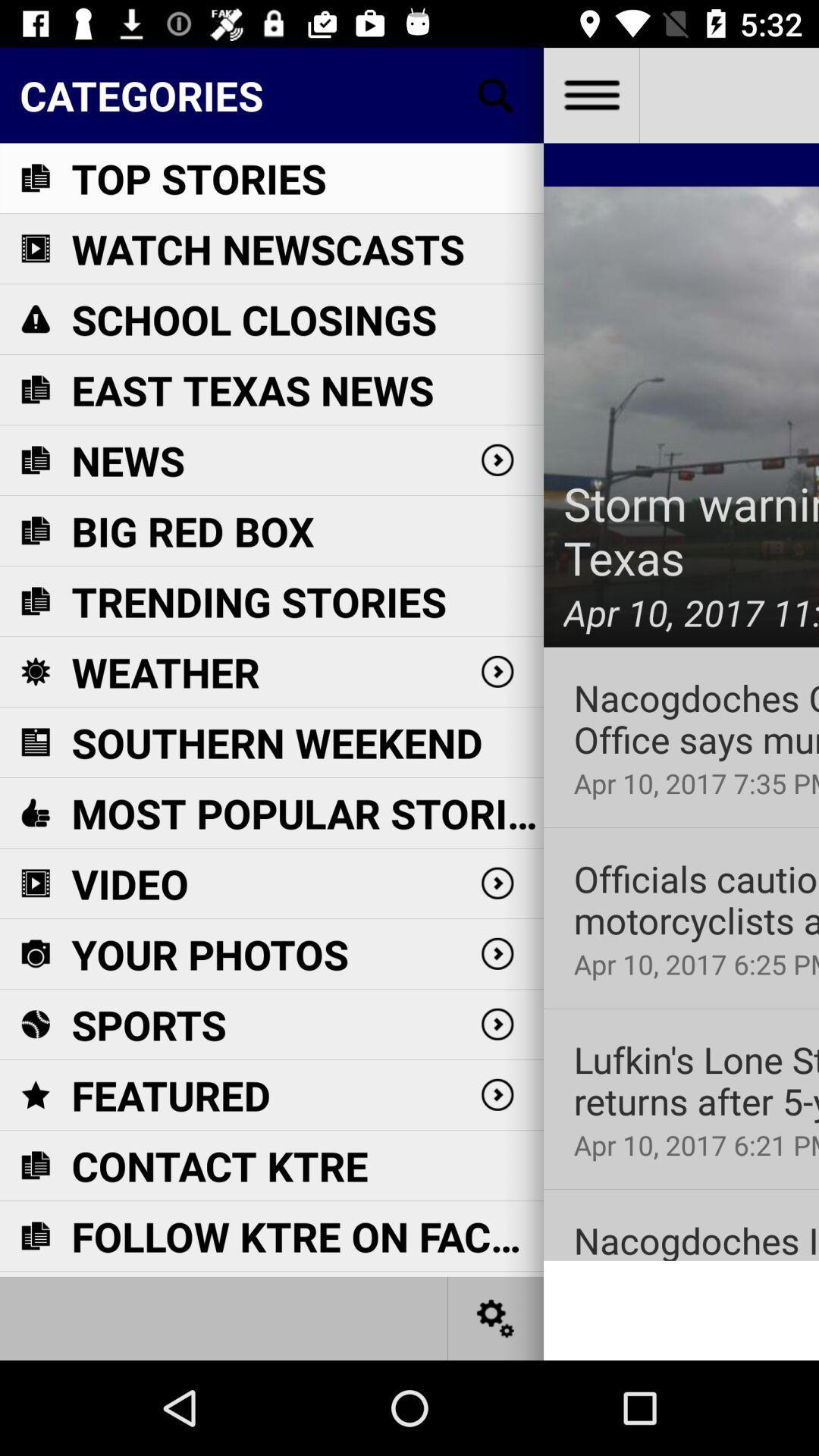 The height and width of the screenshot is (1456, 819). I want to click on the search icon, so click(496, 94).